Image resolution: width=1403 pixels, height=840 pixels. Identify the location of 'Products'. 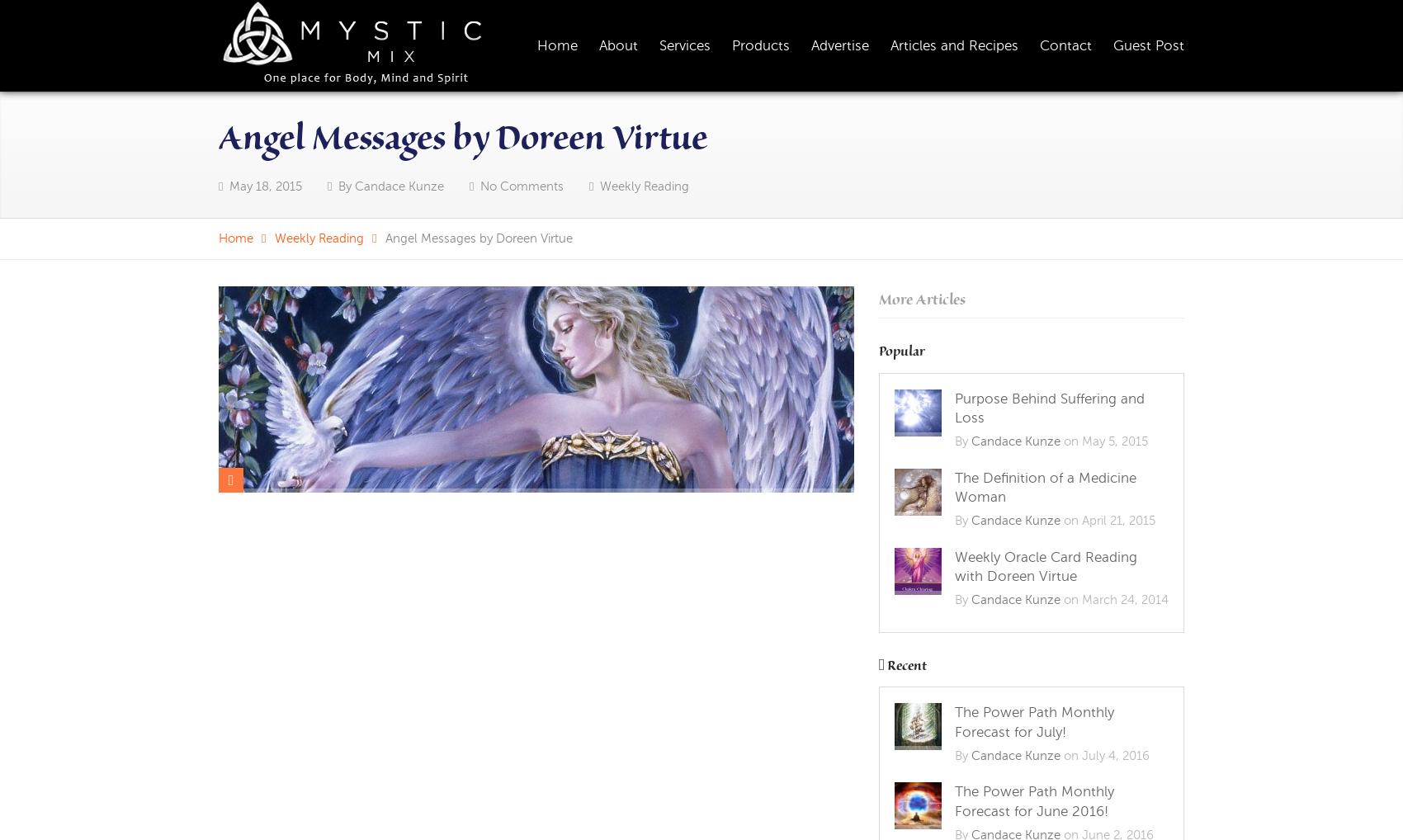
(761, 45).